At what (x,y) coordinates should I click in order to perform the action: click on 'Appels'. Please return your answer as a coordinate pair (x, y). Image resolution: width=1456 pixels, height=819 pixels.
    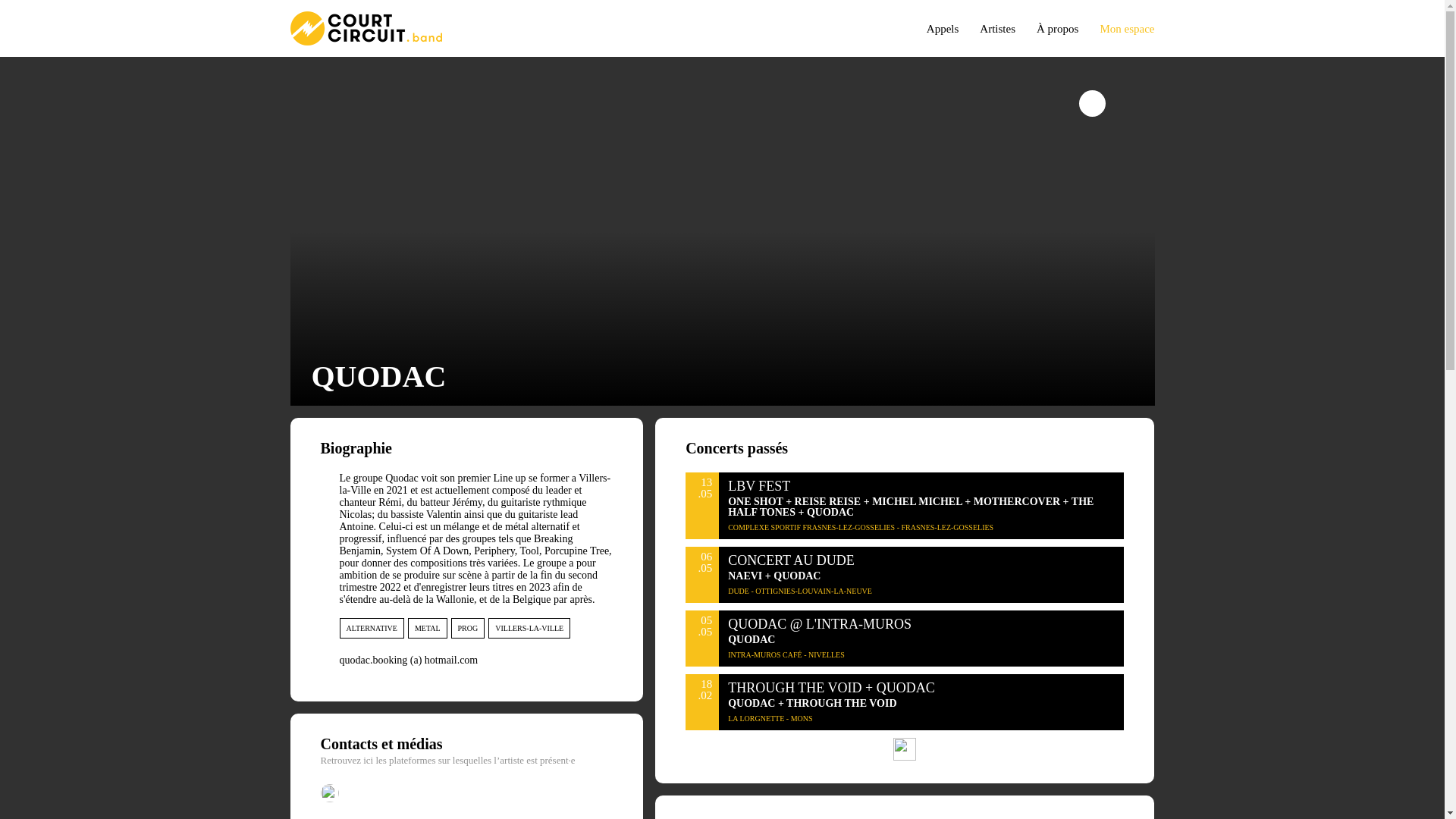
    Looking at the image, I should click on (934, 27).